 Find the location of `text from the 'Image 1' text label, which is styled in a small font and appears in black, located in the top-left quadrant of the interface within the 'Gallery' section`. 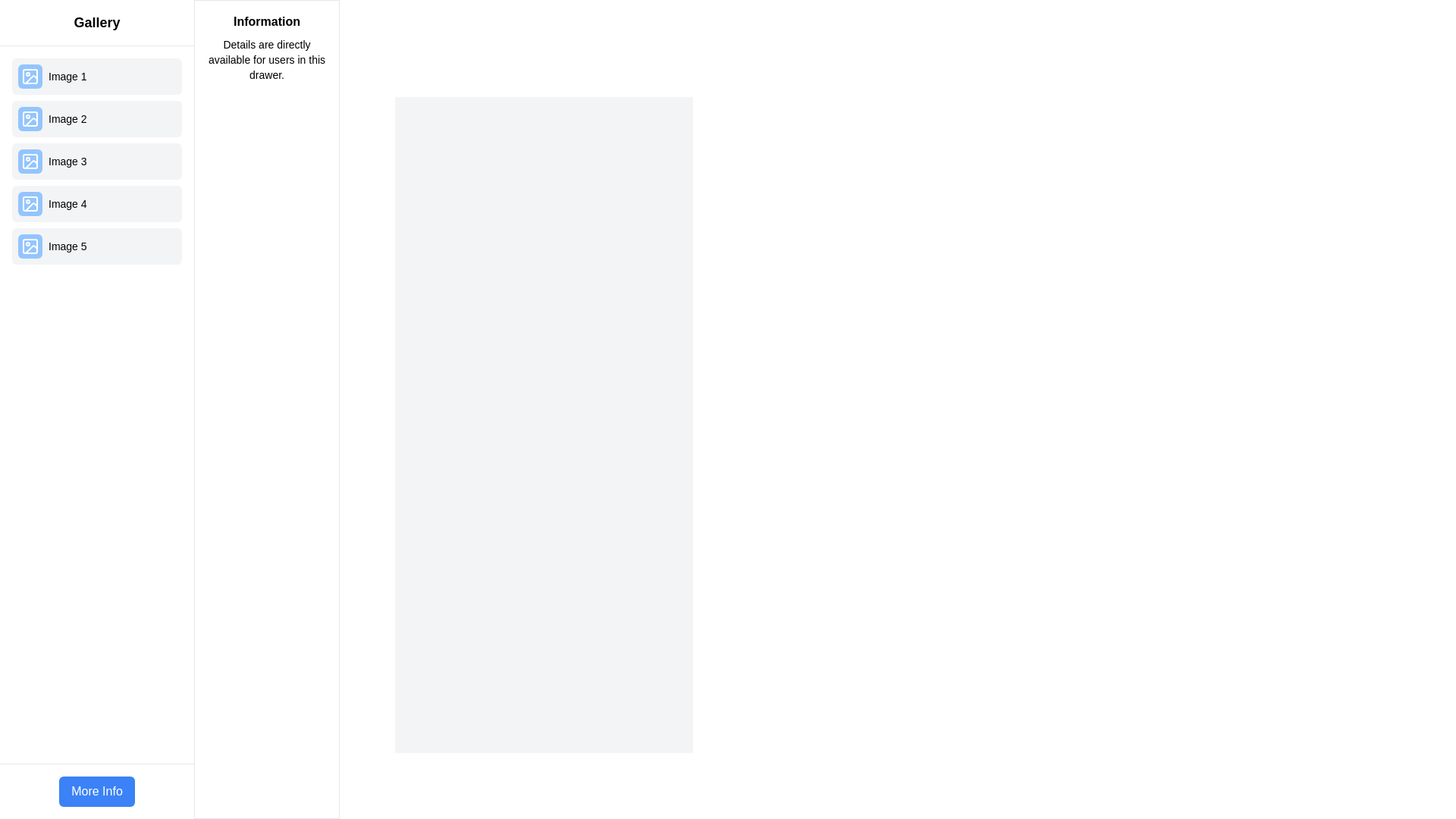

text from the 'Image 1' text label, which is styled in a small font and appears in black, located in the top-left quadrant of the interface within the 'Gallery' section is located at coordinates (67, 76).